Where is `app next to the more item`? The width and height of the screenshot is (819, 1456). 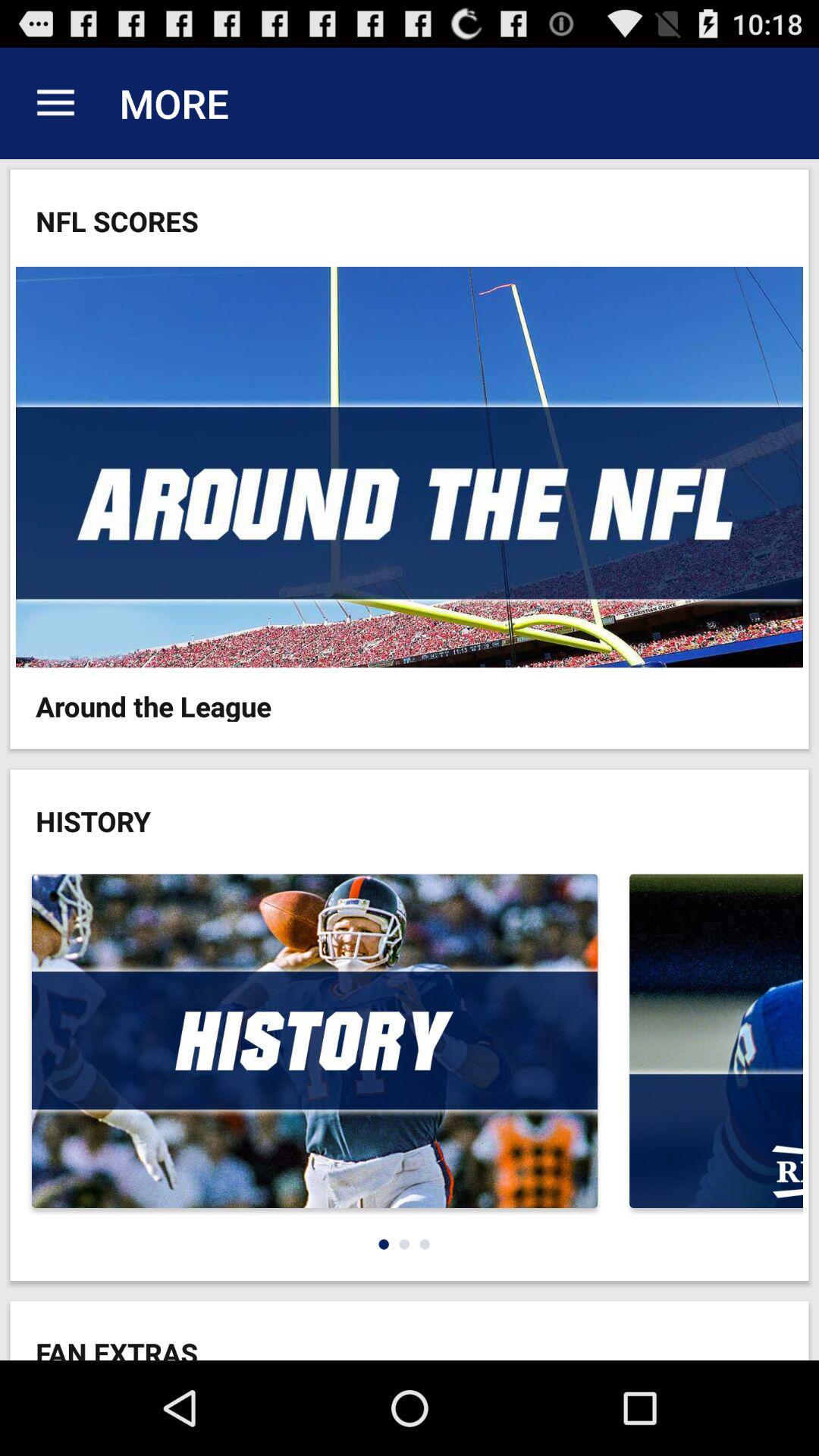 app next to the more item is located at coordinates (55, 102).